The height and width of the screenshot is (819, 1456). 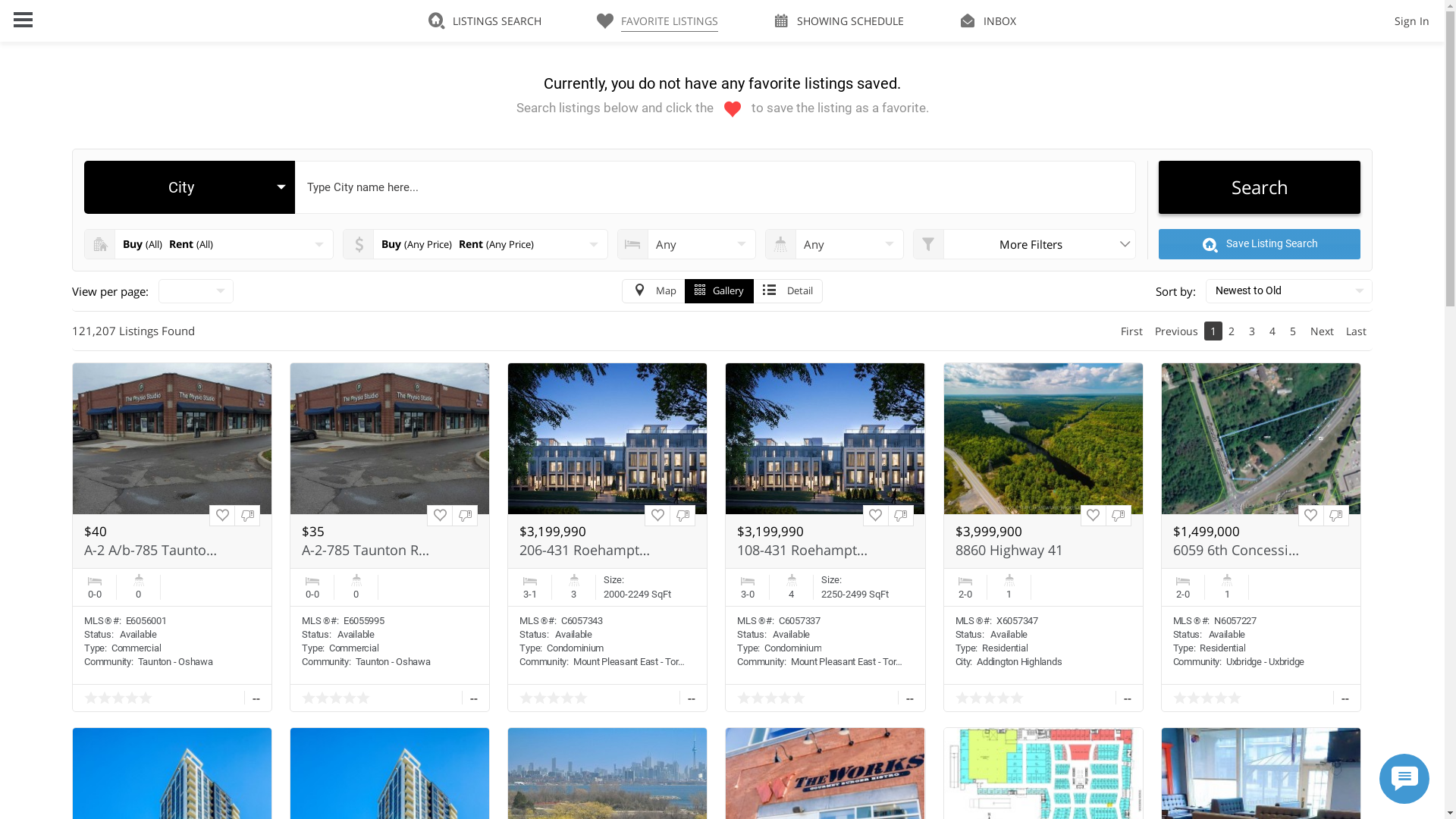 I want to click on 'A-2 A/b-785 Taunton Rd E', so click(x=150, y=550).